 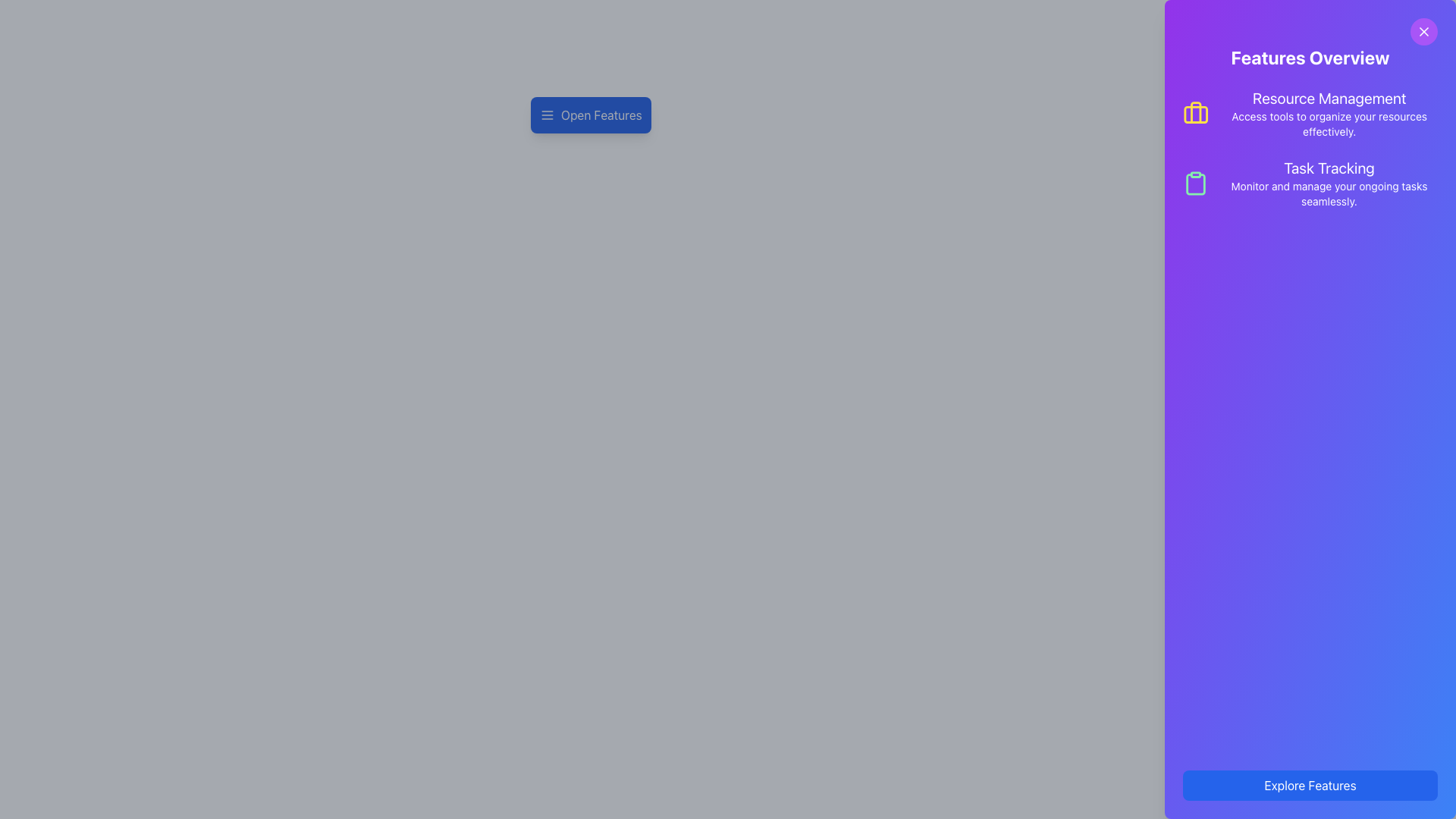 I want to click on the close button represented as an SVG graphic in the top-right corner of the interface, which is used, so click(x=1423, y=32).